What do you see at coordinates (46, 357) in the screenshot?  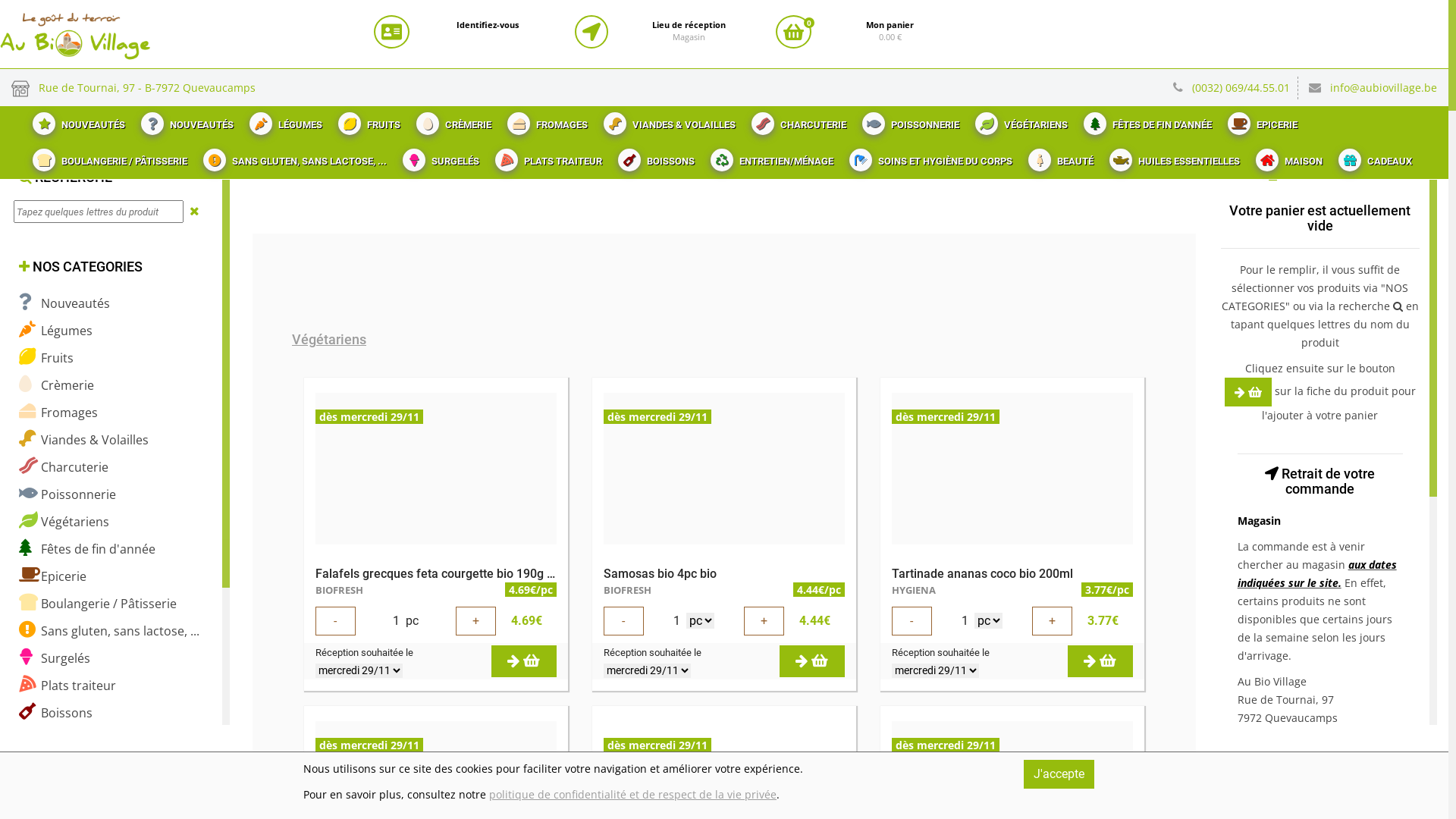 I see `'Fruits'` at bounding box center [46, 357].